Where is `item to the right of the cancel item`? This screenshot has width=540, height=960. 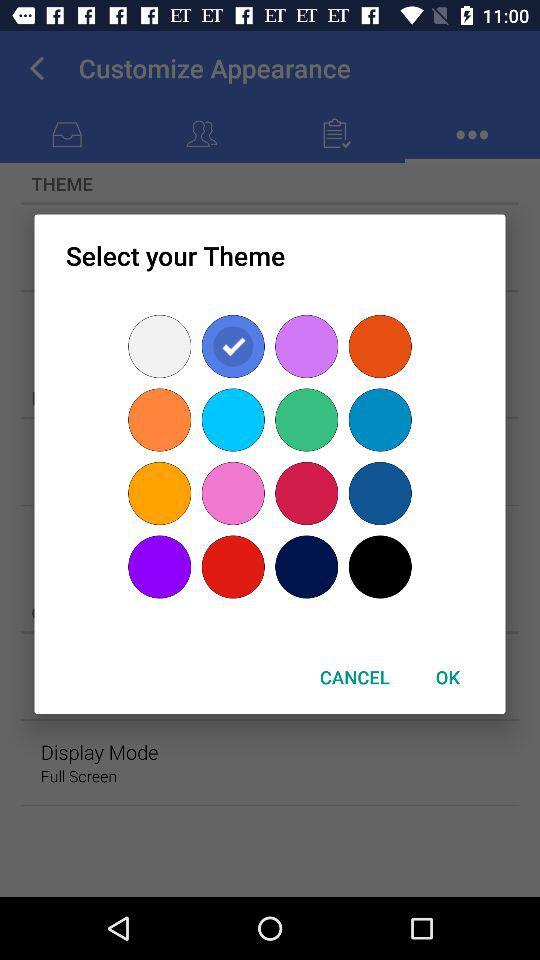
item to the right of the cancel item is located at coordinates (447, 677).